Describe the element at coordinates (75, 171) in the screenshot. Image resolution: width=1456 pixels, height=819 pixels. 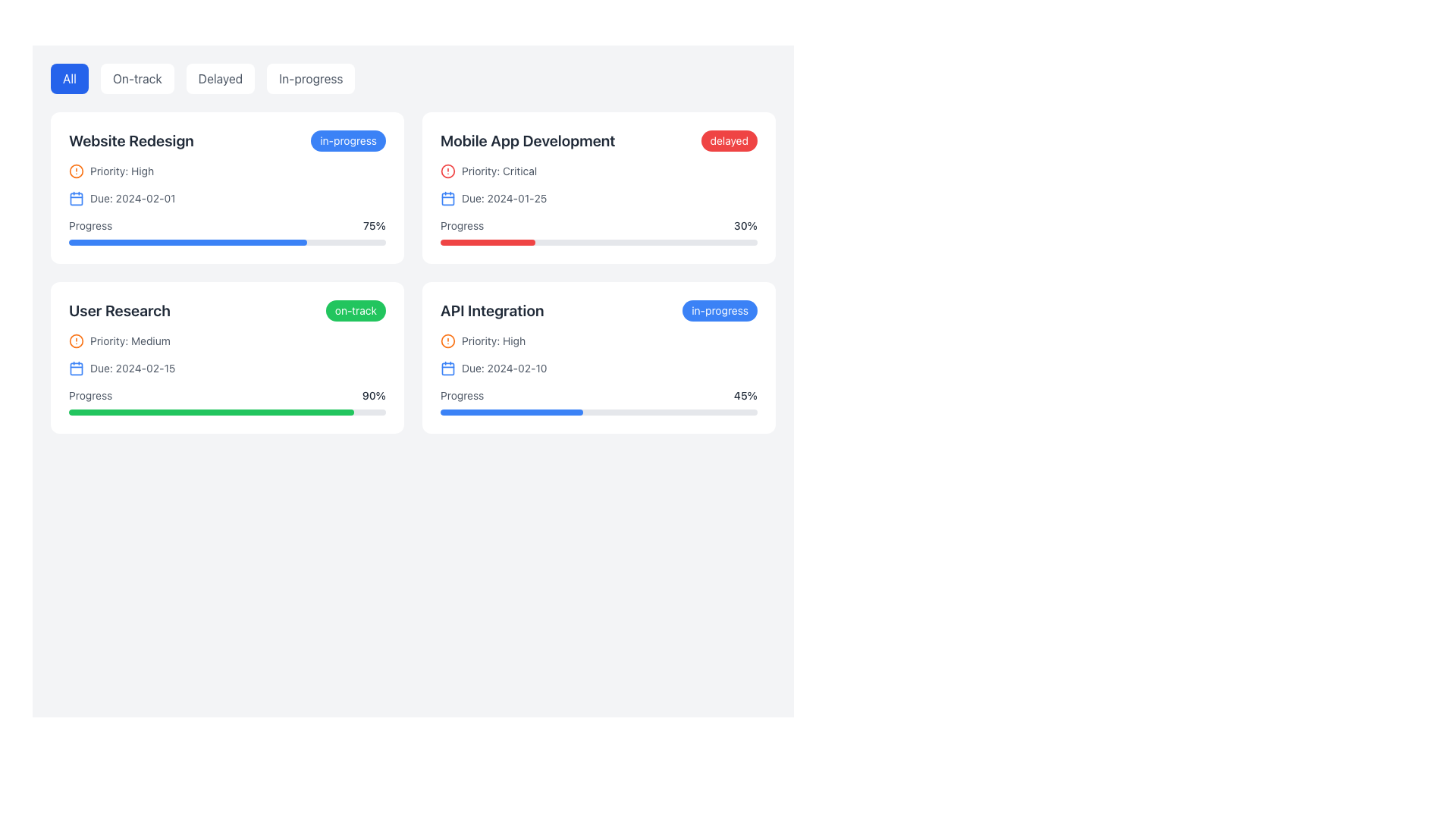
I see `the high priority alert icon located at the top-left corner of the 'Website Redesign' card, before the text 'Priority: High'` at that location.